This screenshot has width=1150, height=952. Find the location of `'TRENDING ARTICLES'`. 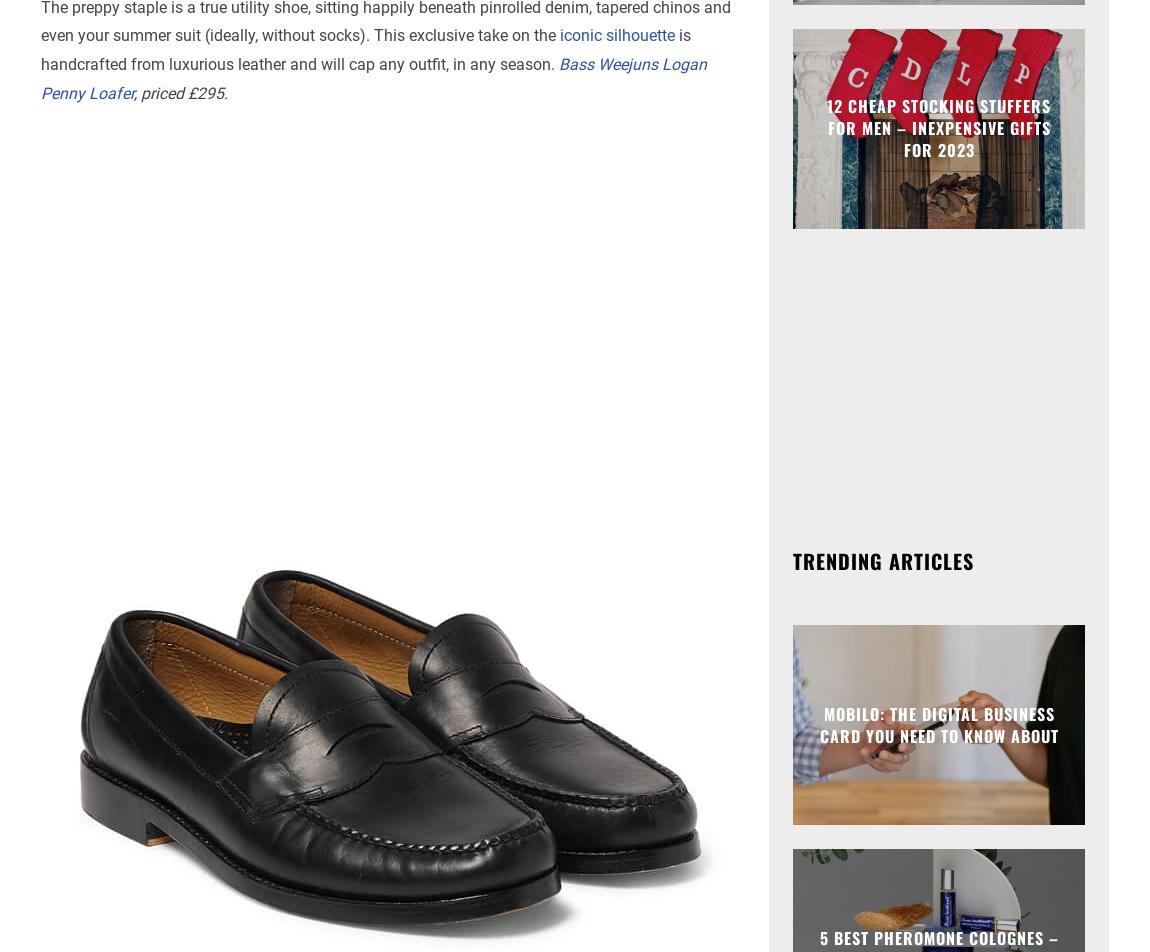

'TRENDING ARTICLES' is located at coordinates (883, 559).